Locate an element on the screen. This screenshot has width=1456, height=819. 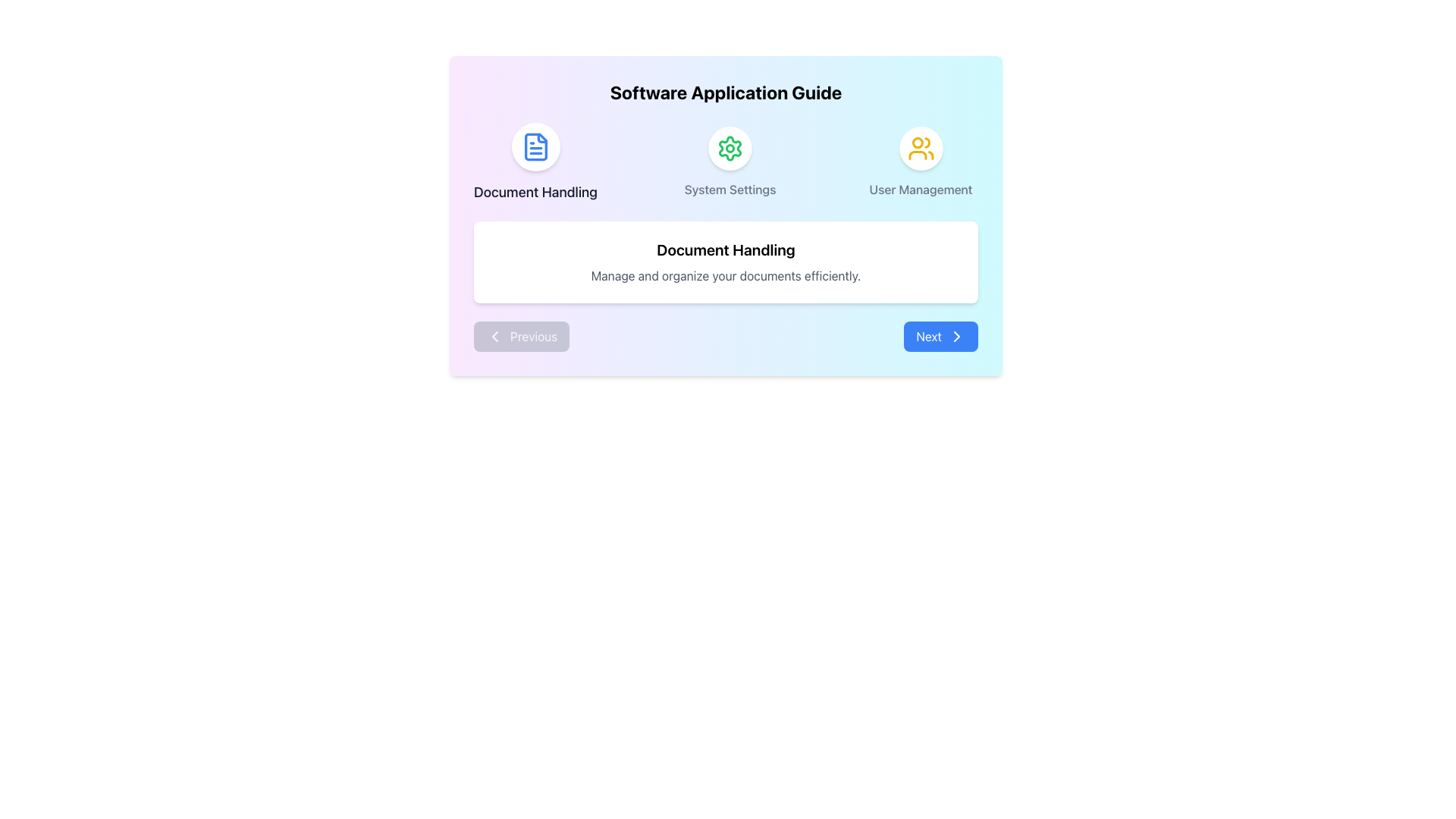
the arrow icon inside the 'Previous' button located at the bottom-left side of the main content area is located at coordinates (494, 335).